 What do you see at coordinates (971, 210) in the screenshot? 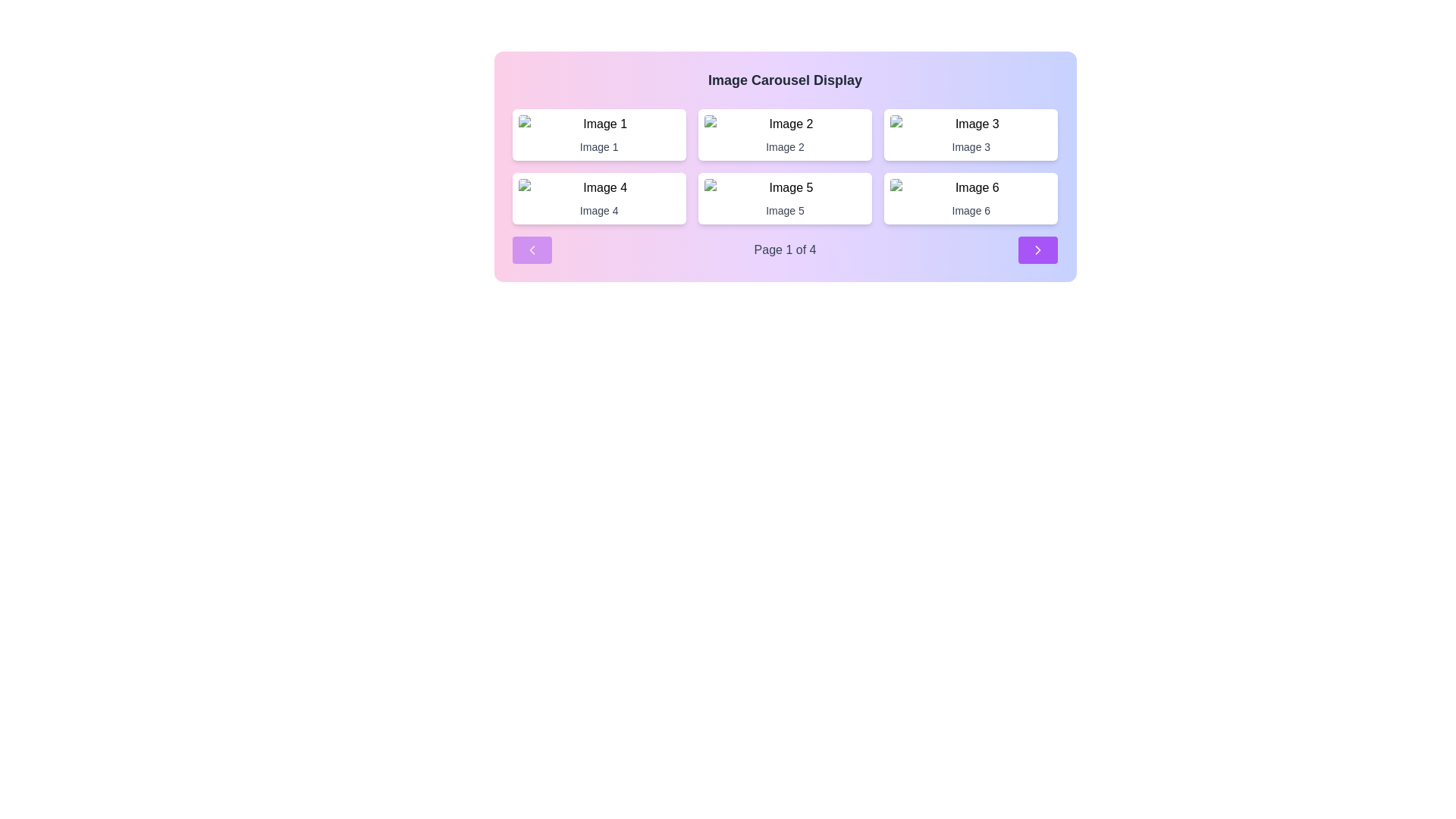
I see `the text label identifying the adjacent image as 'Image 6', located at the bottom of the sixth cell in the grid` at bounding box center [971, 210].